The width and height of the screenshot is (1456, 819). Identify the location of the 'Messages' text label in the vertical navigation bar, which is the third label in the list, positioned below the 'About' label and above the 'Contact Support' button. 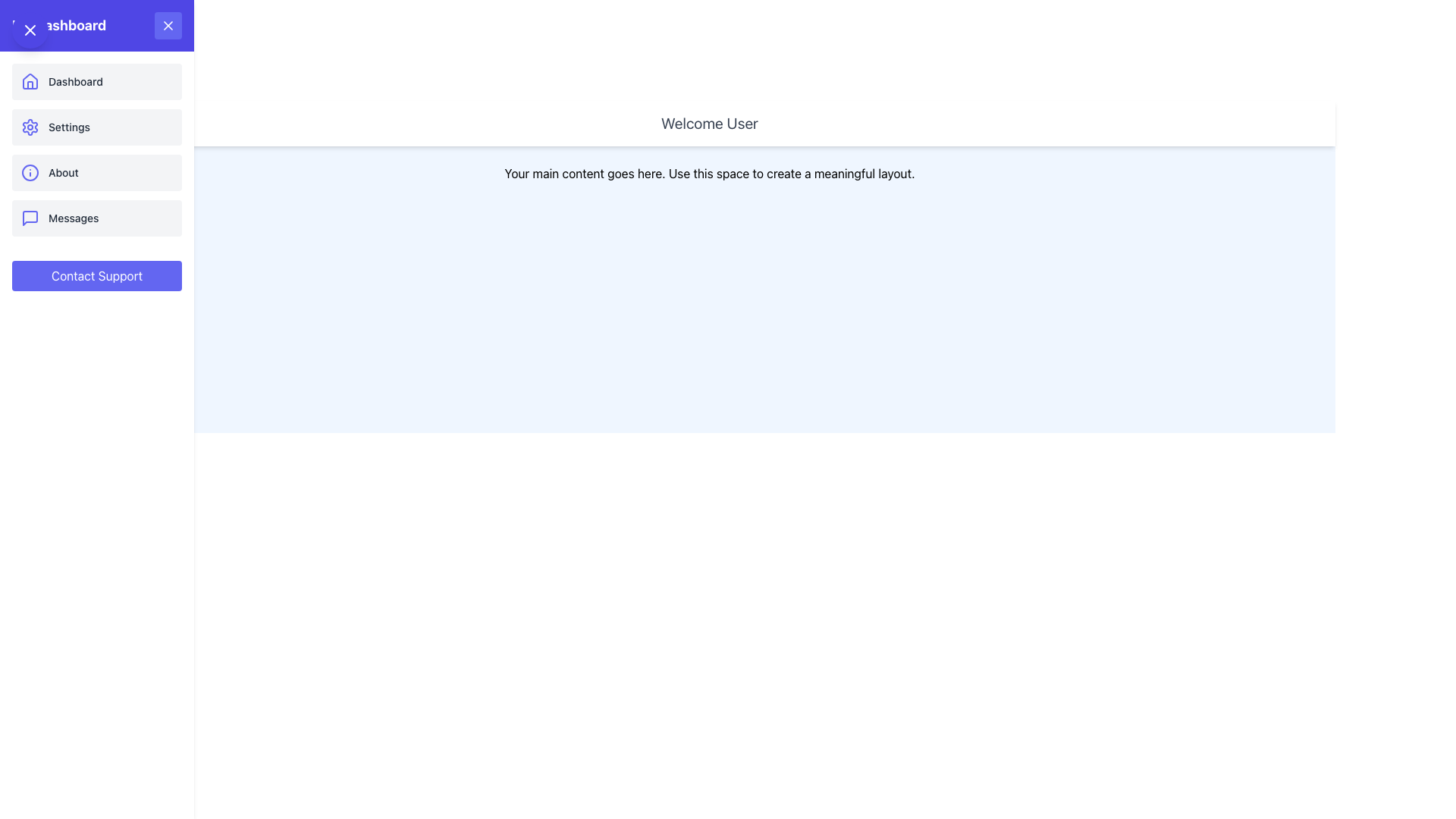
(73, 218).